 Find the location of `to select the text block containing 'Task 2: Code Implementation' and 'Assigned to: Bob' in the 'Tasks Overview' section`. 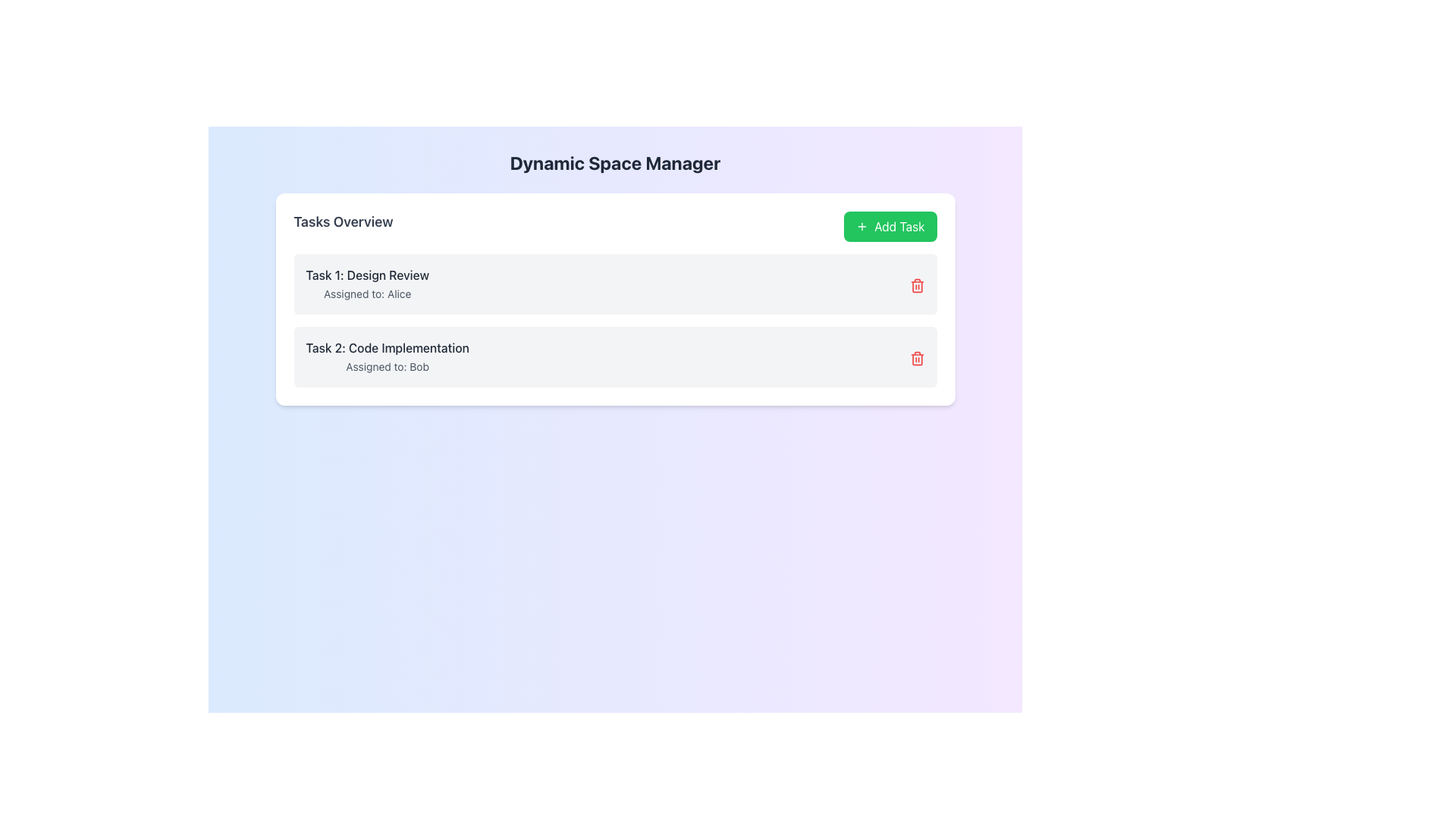

to select the text block containing 'Task 2: Code Implementation' and 'Assigned to: Bob' in the 'Tasks Overview' section is located at coordinates (388, 356).